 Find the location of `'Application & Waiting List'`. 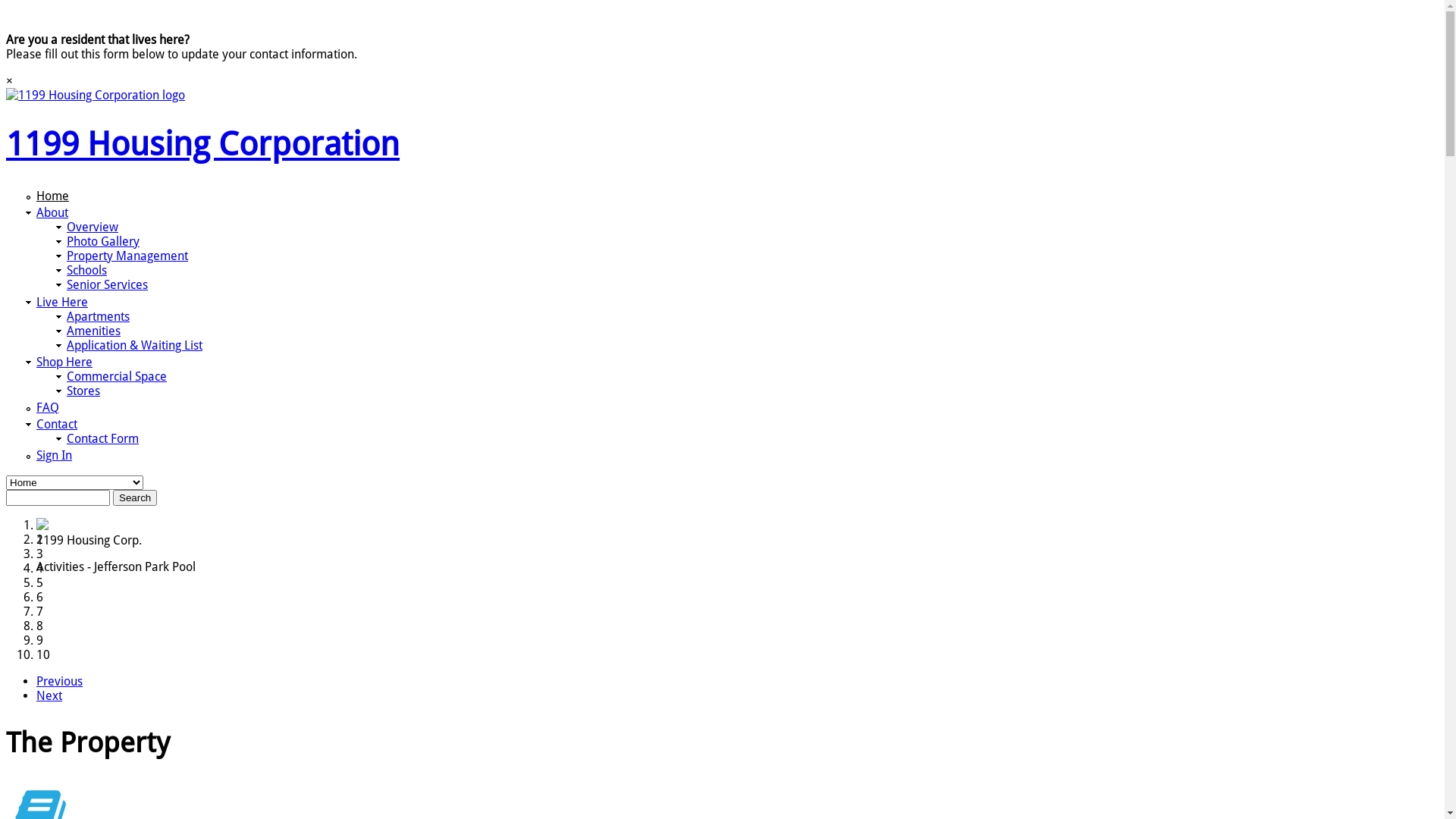

'Application & Waiting List' is located at coordinates (134, 345).